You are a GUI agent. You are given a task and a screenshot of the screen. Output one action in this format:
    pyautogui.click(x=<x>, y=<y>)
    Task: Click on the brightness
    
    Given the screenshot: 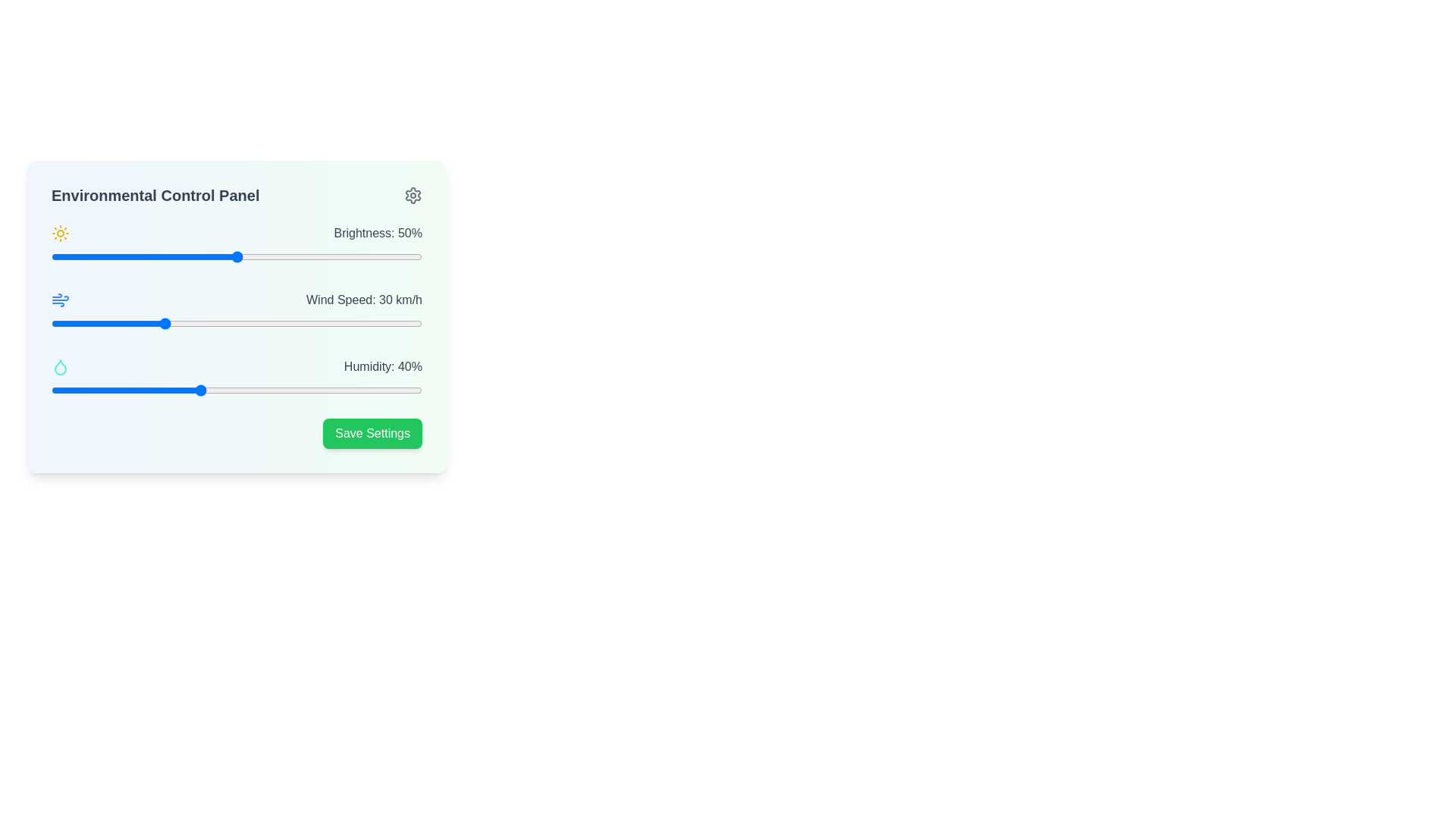 What is the action you would take?
    pyautogui.click(x=292, y=256)
    